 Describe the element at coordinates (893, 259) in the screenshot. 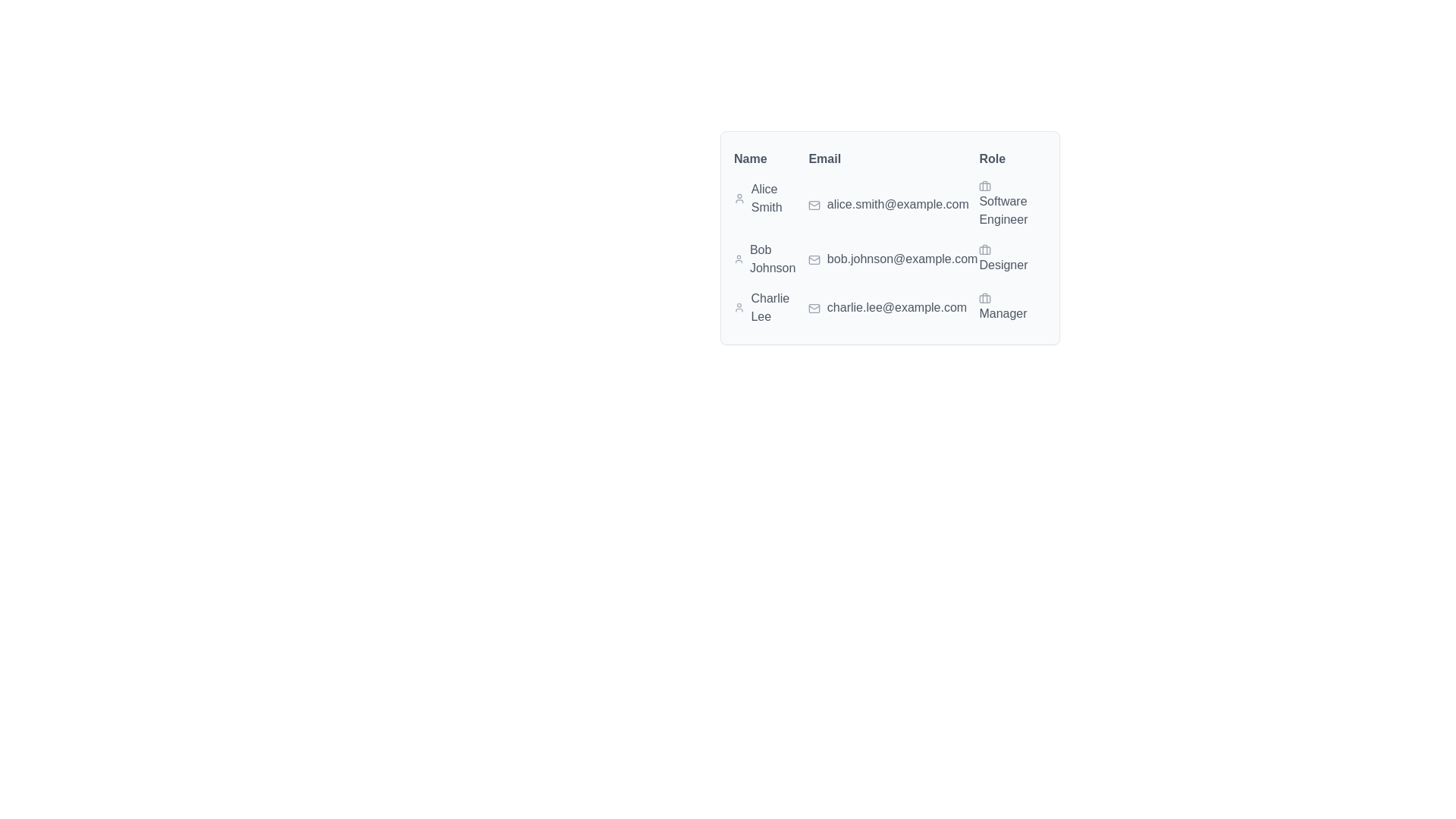

I see `the text display showing the email address 'bob.johnson@example.com' located` at that location.